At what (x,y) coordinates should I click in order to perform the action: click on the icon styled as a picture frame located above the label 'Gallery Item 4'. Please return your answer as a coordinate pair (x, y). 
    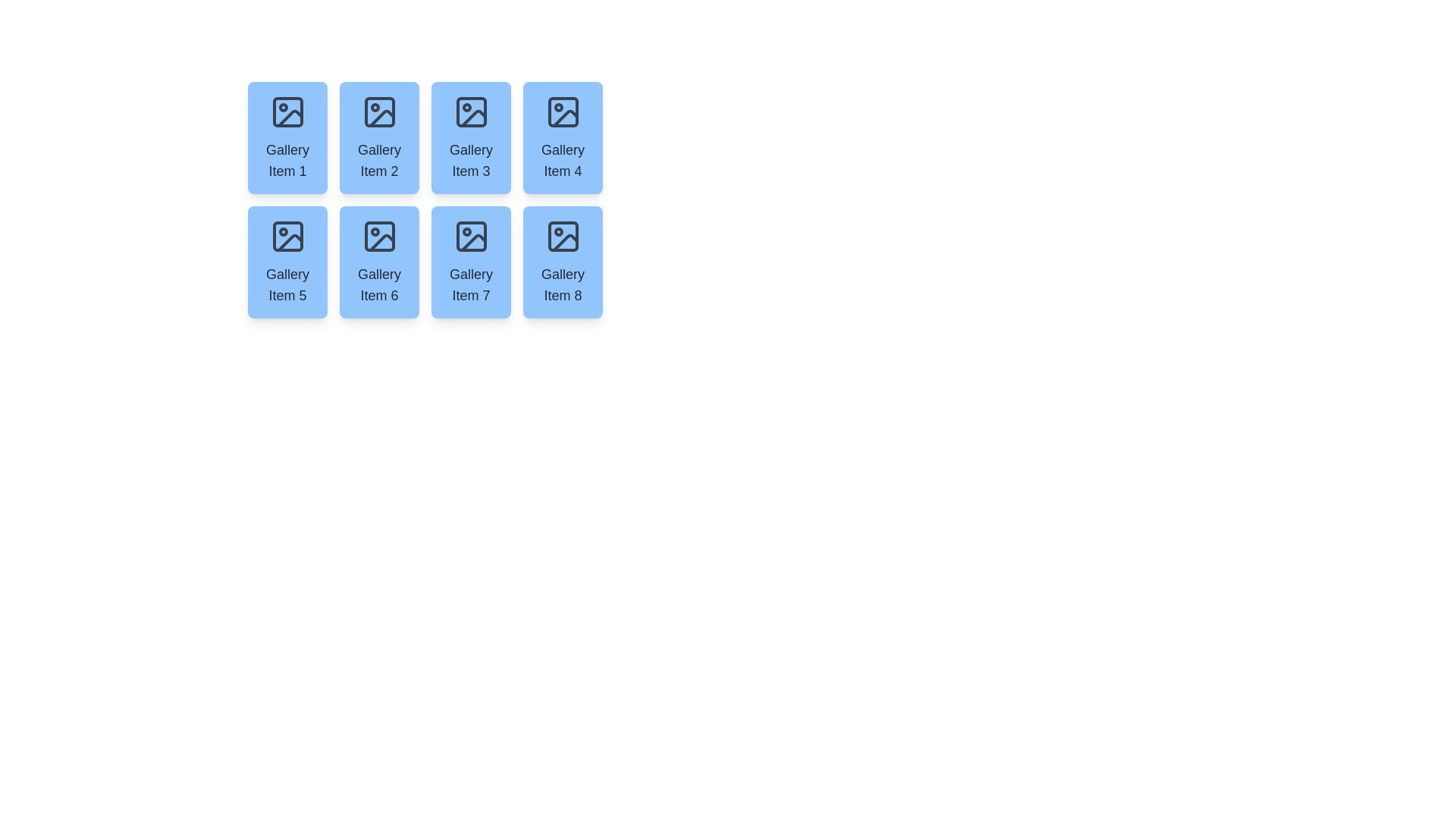
    Looking at the image, I should click on (562, 111).